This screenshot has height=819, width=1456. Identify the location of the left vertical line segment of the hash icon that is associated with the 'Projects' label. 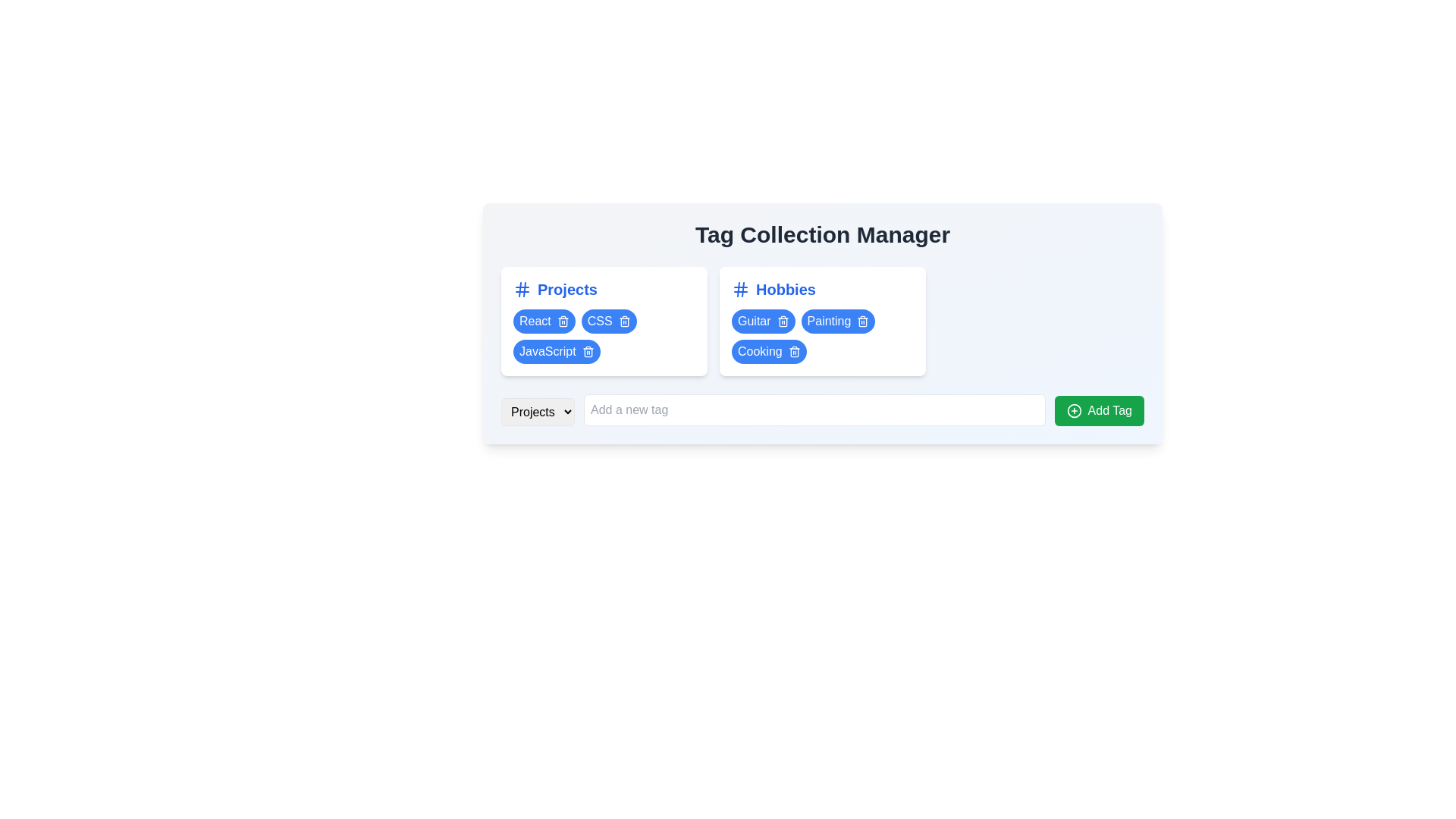
(520, 289).